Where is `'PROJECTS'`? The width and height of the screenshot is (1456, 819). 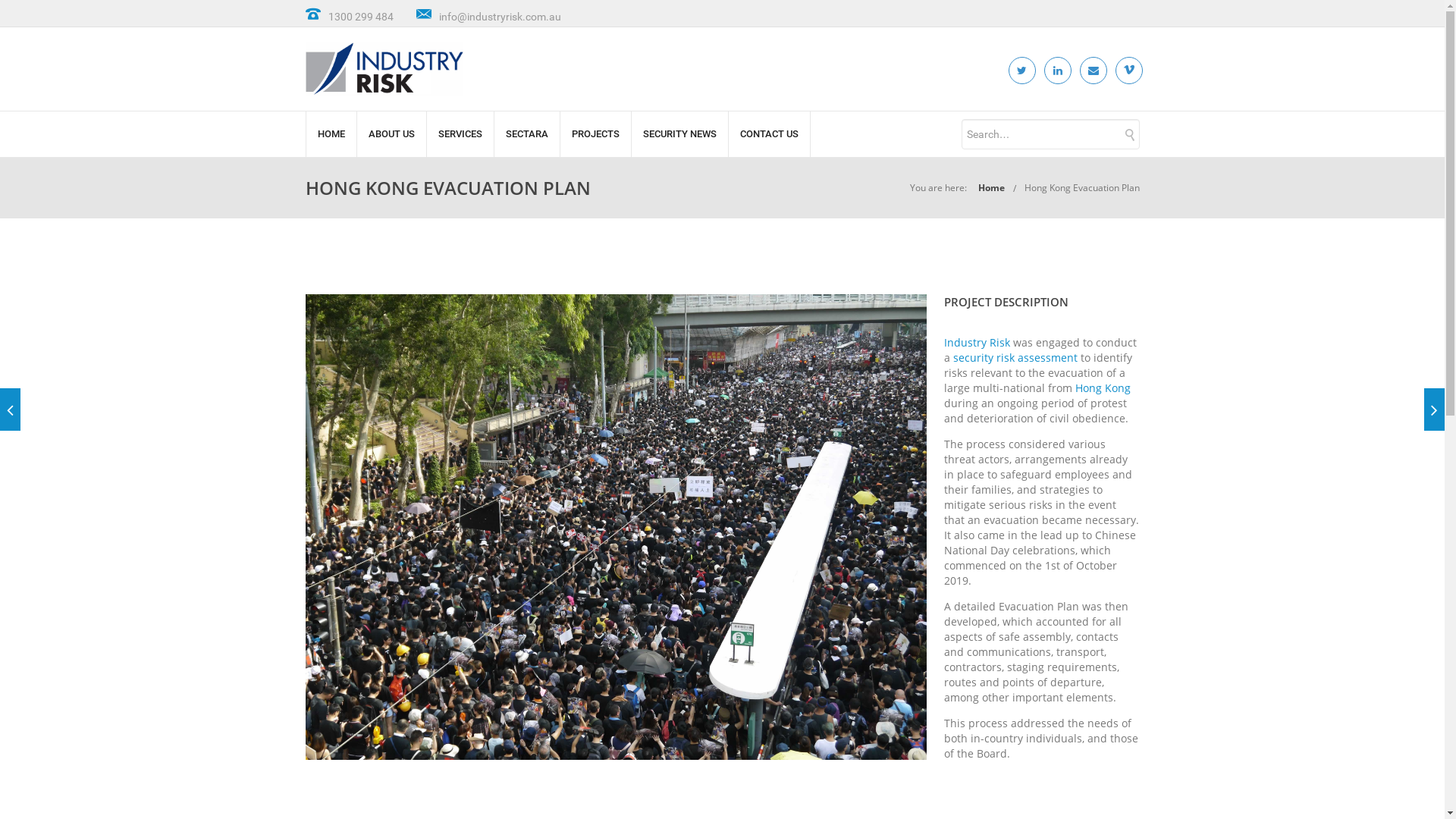 'PROJECTS' is located at coordinates (595, 133).